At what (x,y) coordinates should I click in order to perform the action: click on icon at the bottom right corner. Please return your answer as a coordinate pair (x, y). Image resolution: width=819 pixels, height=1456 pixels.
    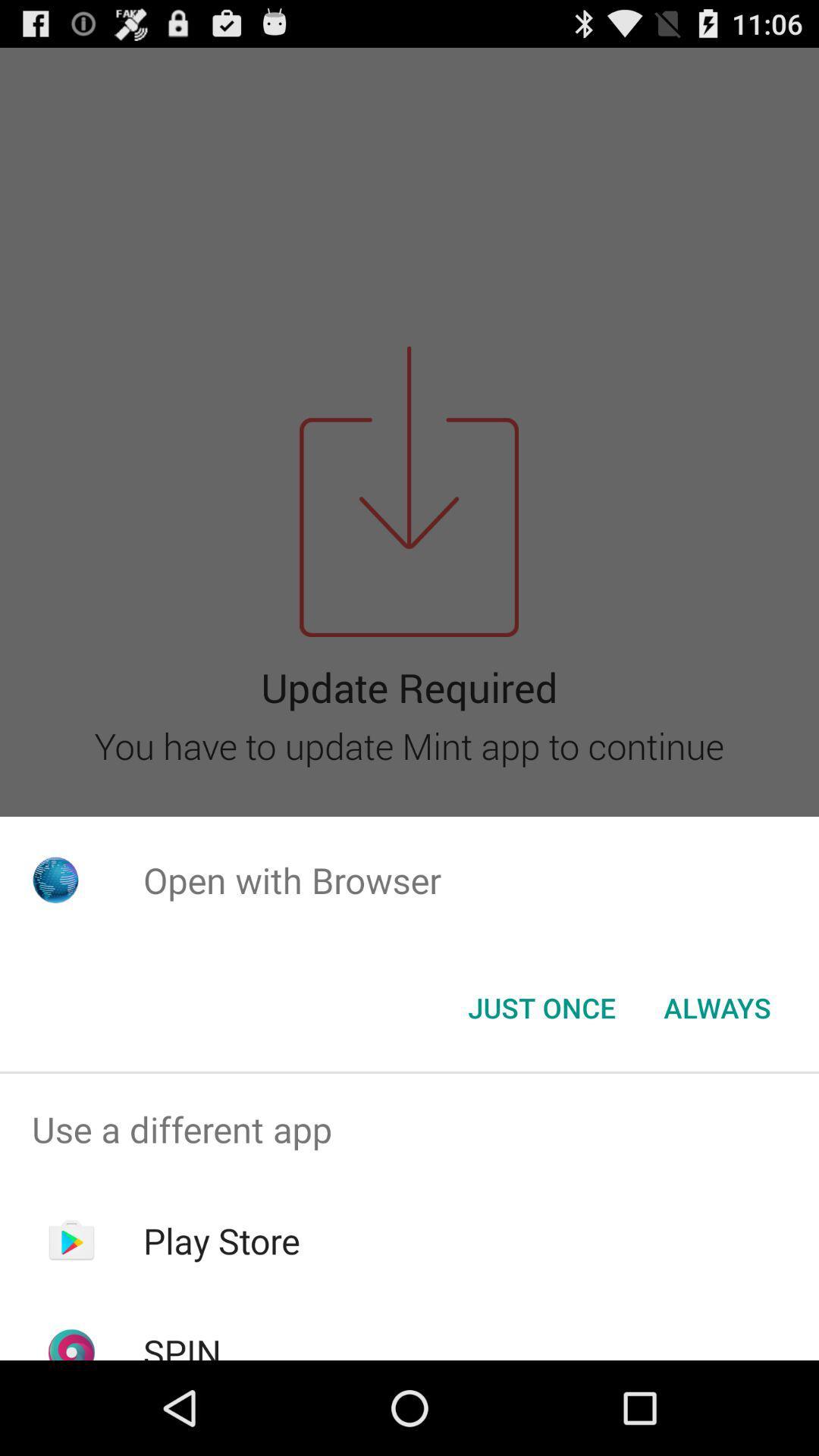
    Looking at the image, I should click on (717, 1008).